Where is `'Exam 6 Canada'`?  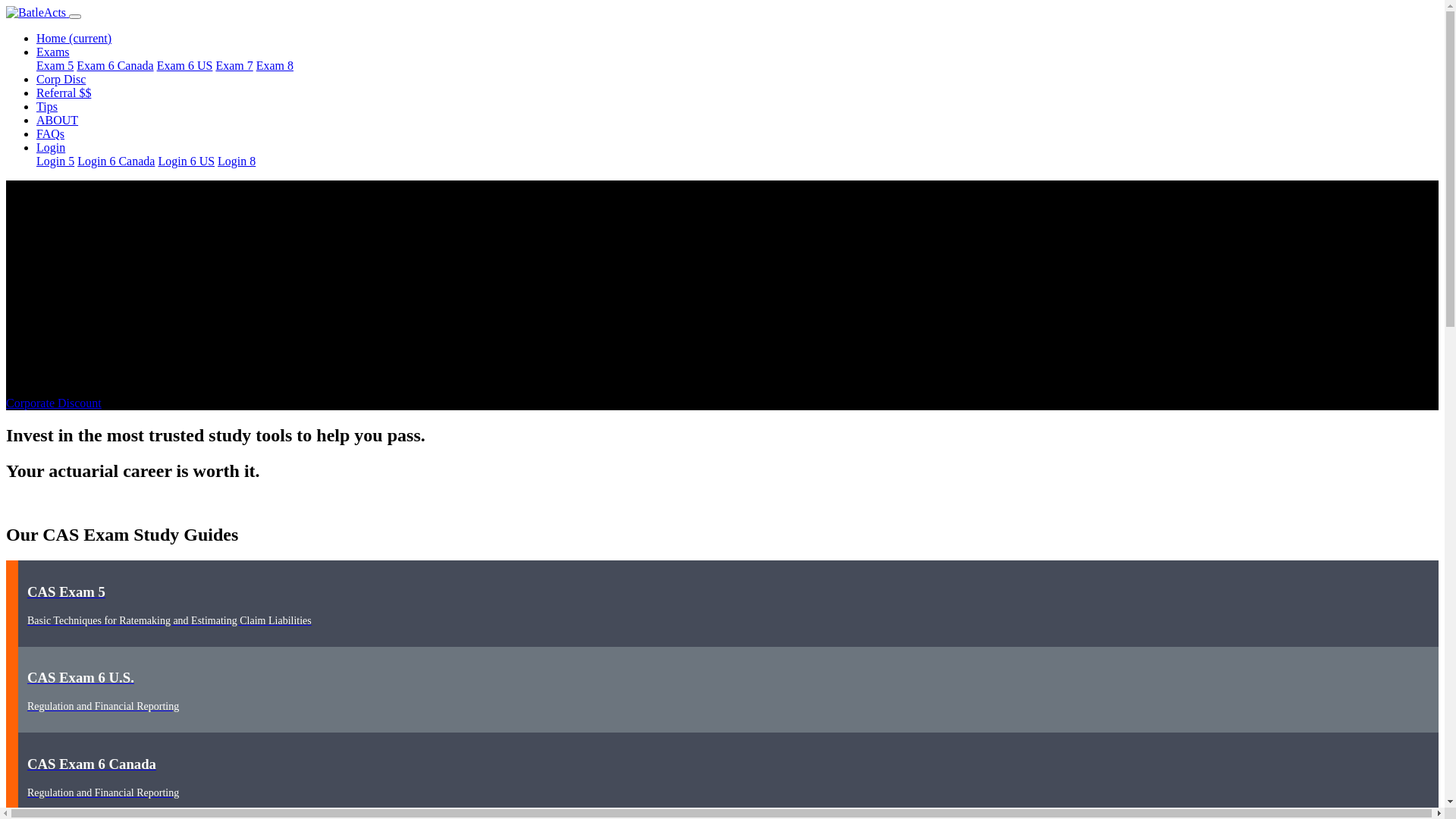 'Exam 6 Canada' is located at coordinates (114, 64).